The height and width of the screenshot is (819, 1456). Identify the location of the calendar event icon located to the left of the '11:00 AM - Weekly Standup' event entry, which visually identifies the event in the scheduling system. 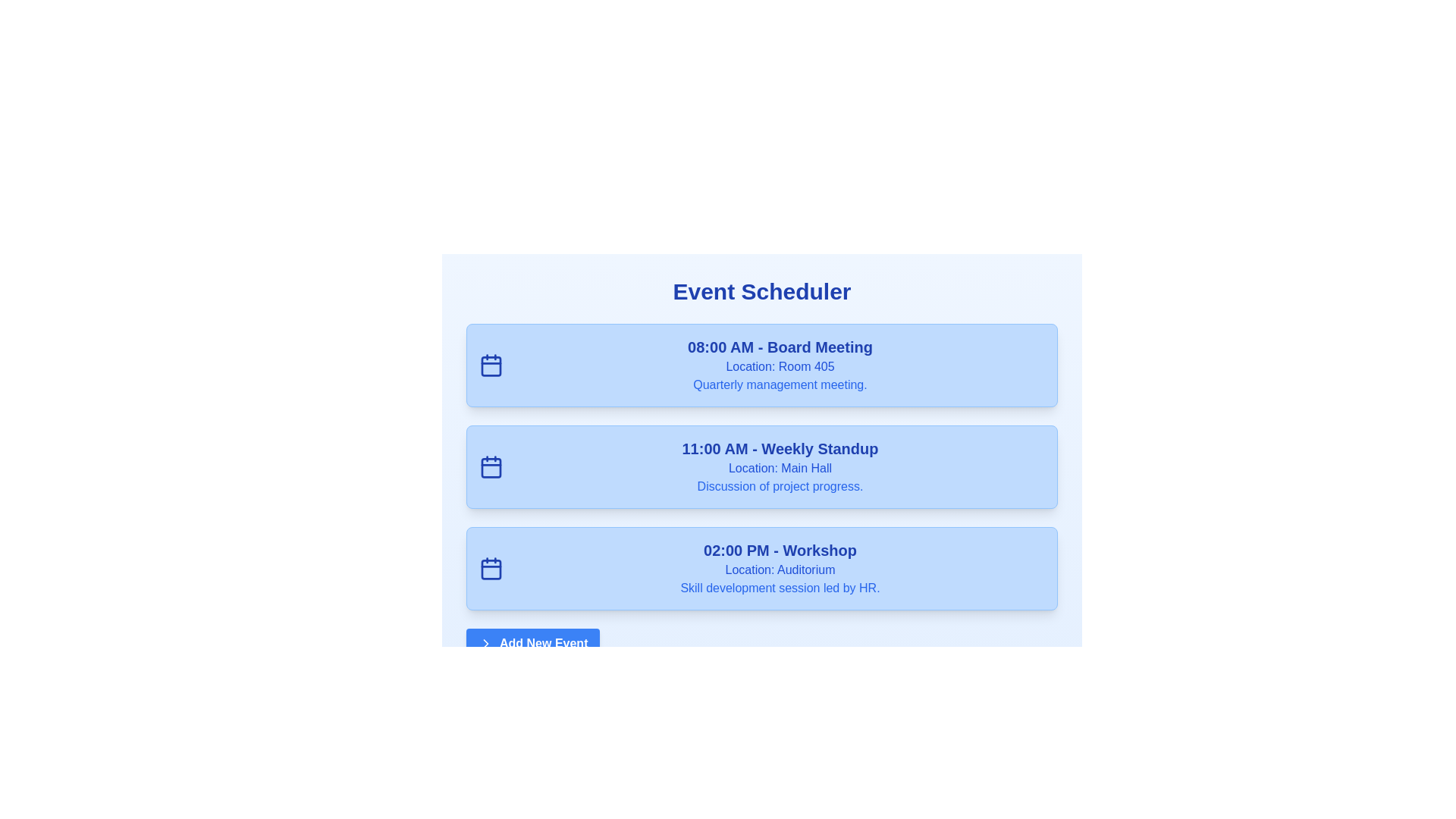
(491, 466).